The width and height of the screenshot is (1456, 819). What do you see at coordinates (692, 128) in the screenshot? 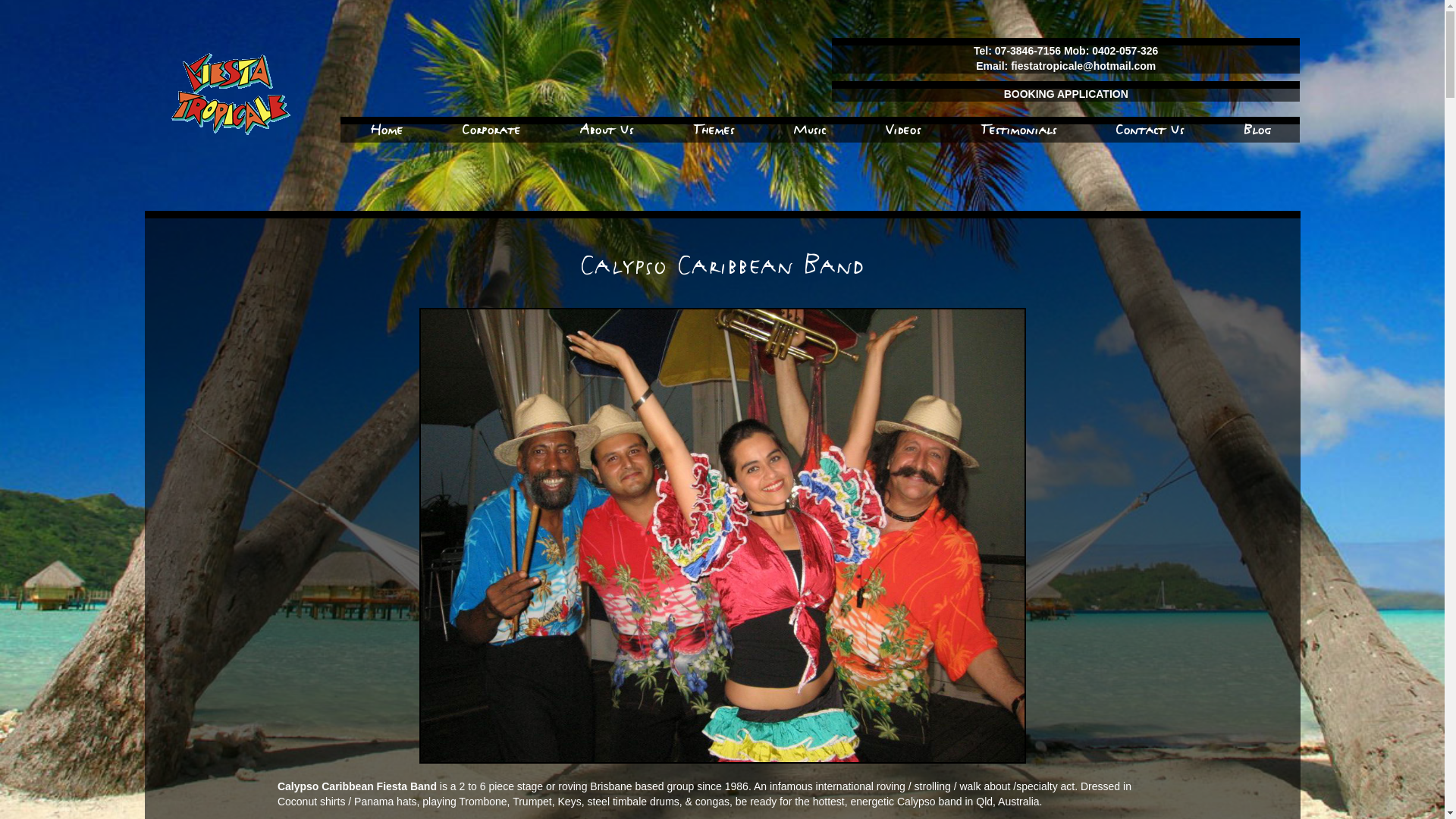
I see `'Themes'` at bounding box center [692, 128].